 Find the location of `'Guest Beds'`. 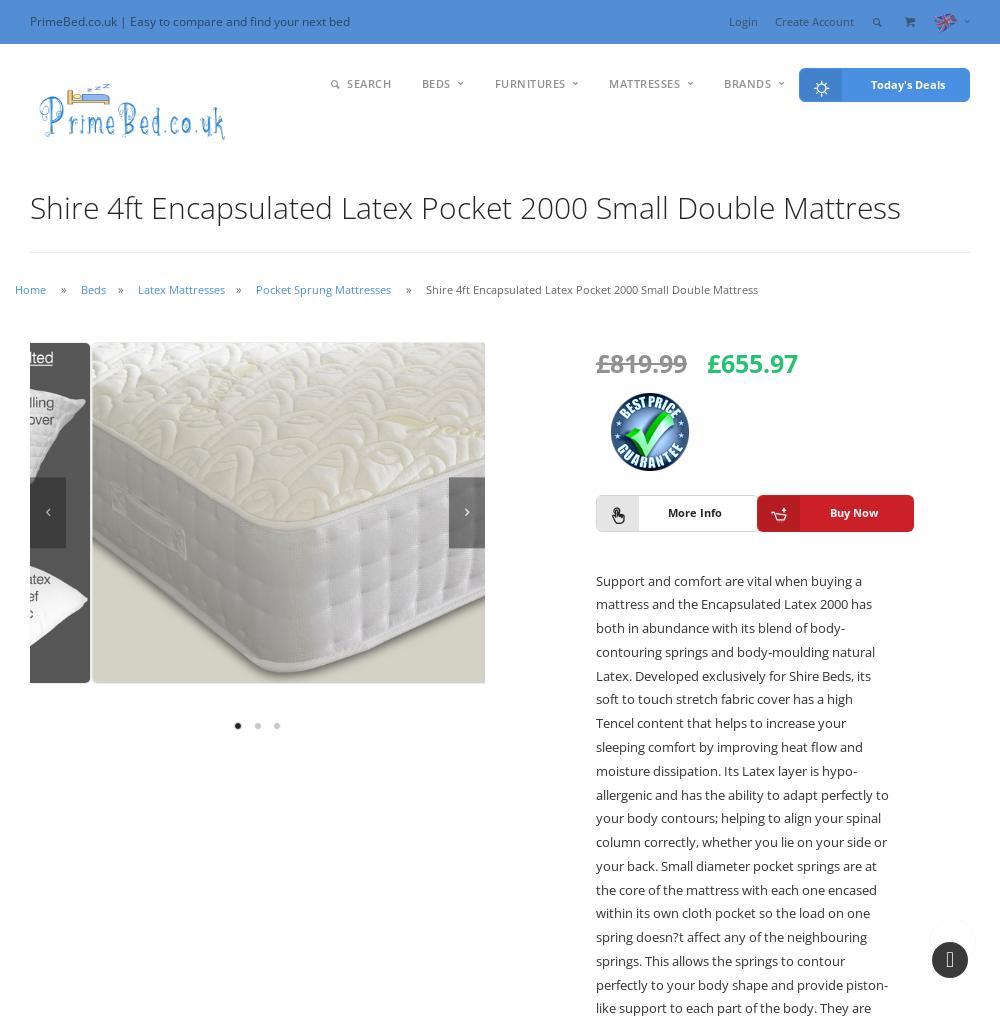

'Guest Beds' is located at coordinates (477, 308).